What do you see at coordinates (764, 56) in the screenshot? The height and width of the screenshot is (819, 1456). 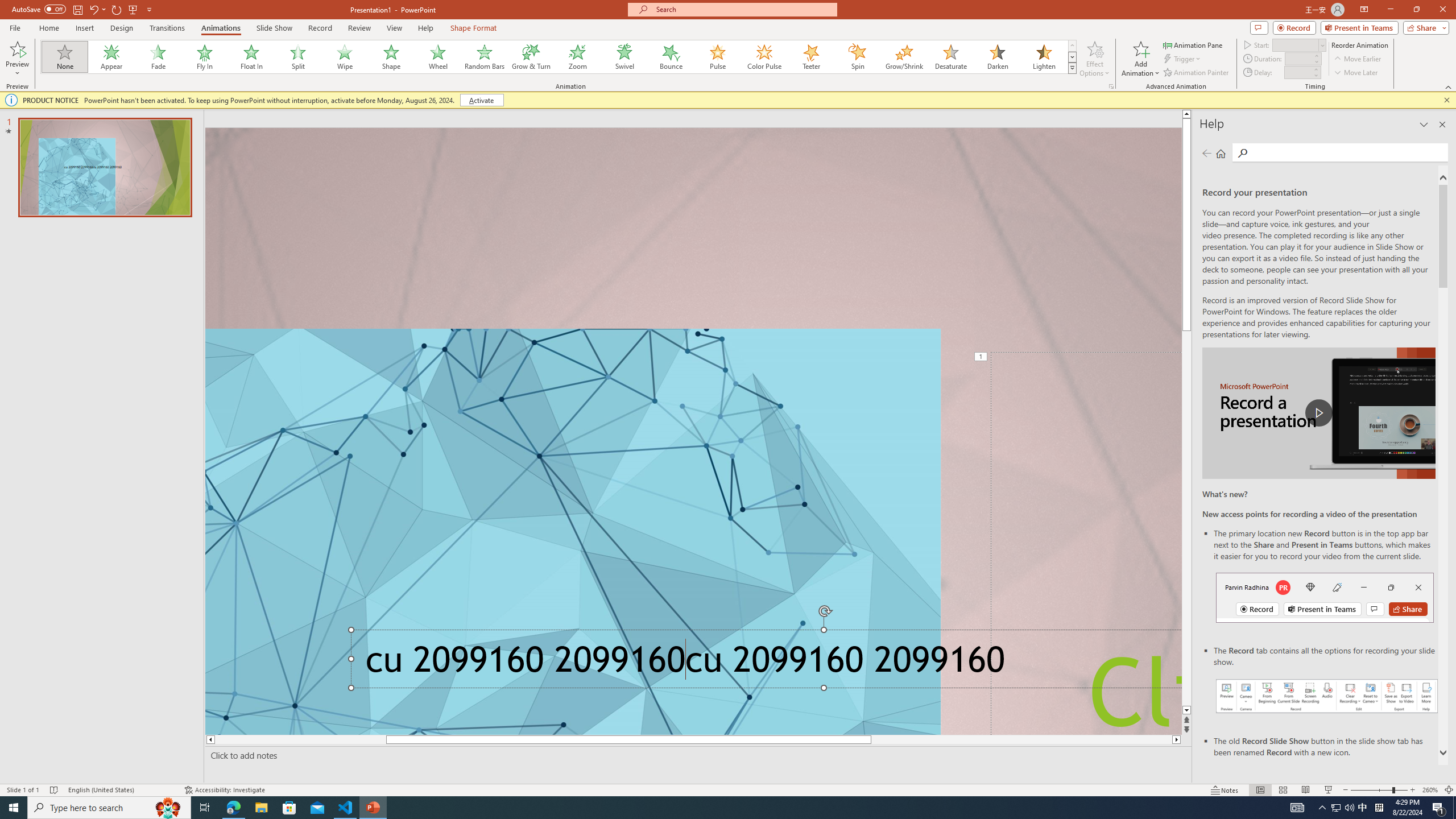 I see `'Color Pulse'` at bounding box center [764, 56].